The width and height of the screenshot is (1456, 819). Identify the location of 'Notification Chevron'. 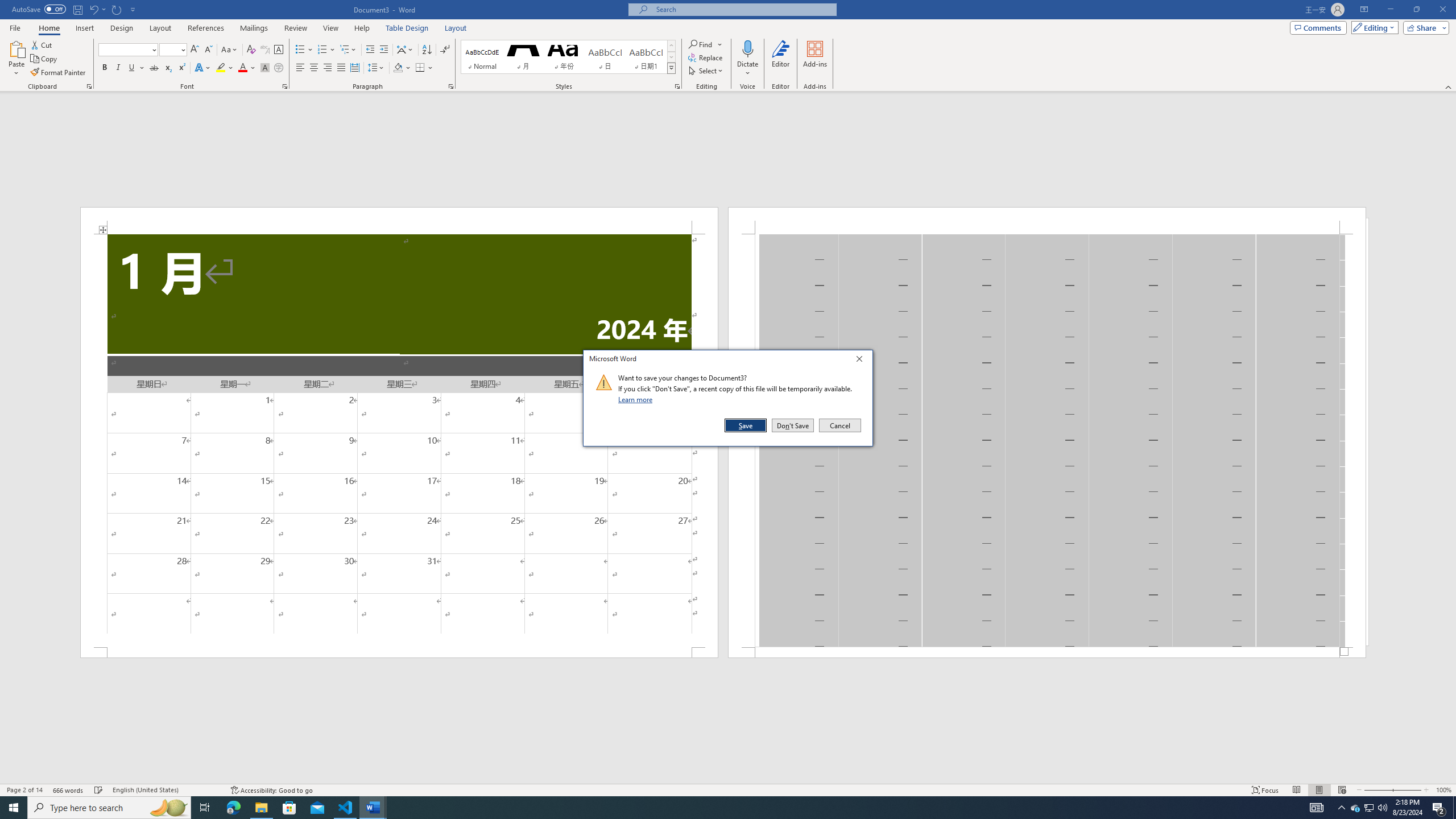
(1342, 806).